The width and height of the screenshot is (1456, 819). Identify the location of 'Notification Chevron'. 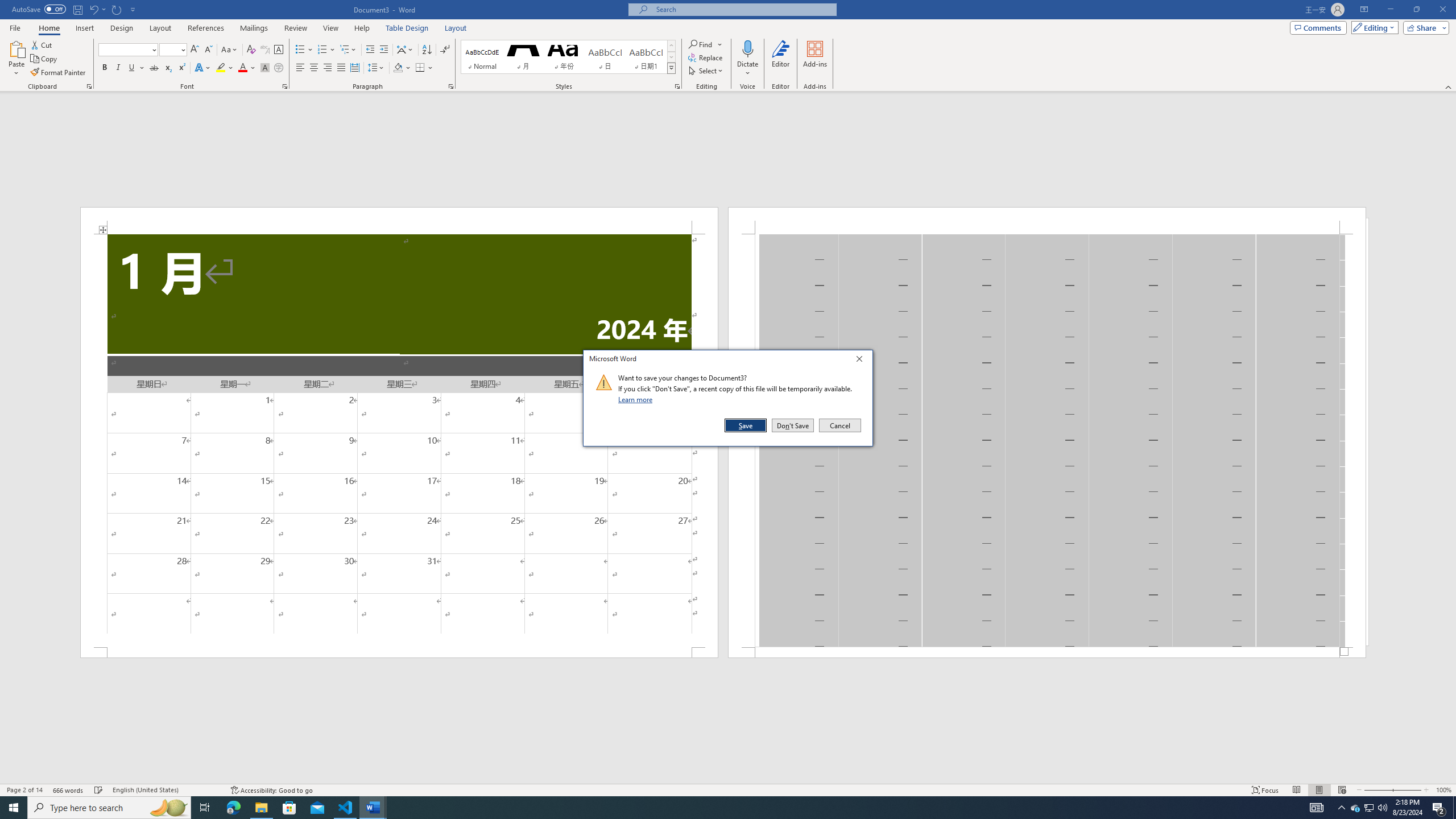
(1342, 806).